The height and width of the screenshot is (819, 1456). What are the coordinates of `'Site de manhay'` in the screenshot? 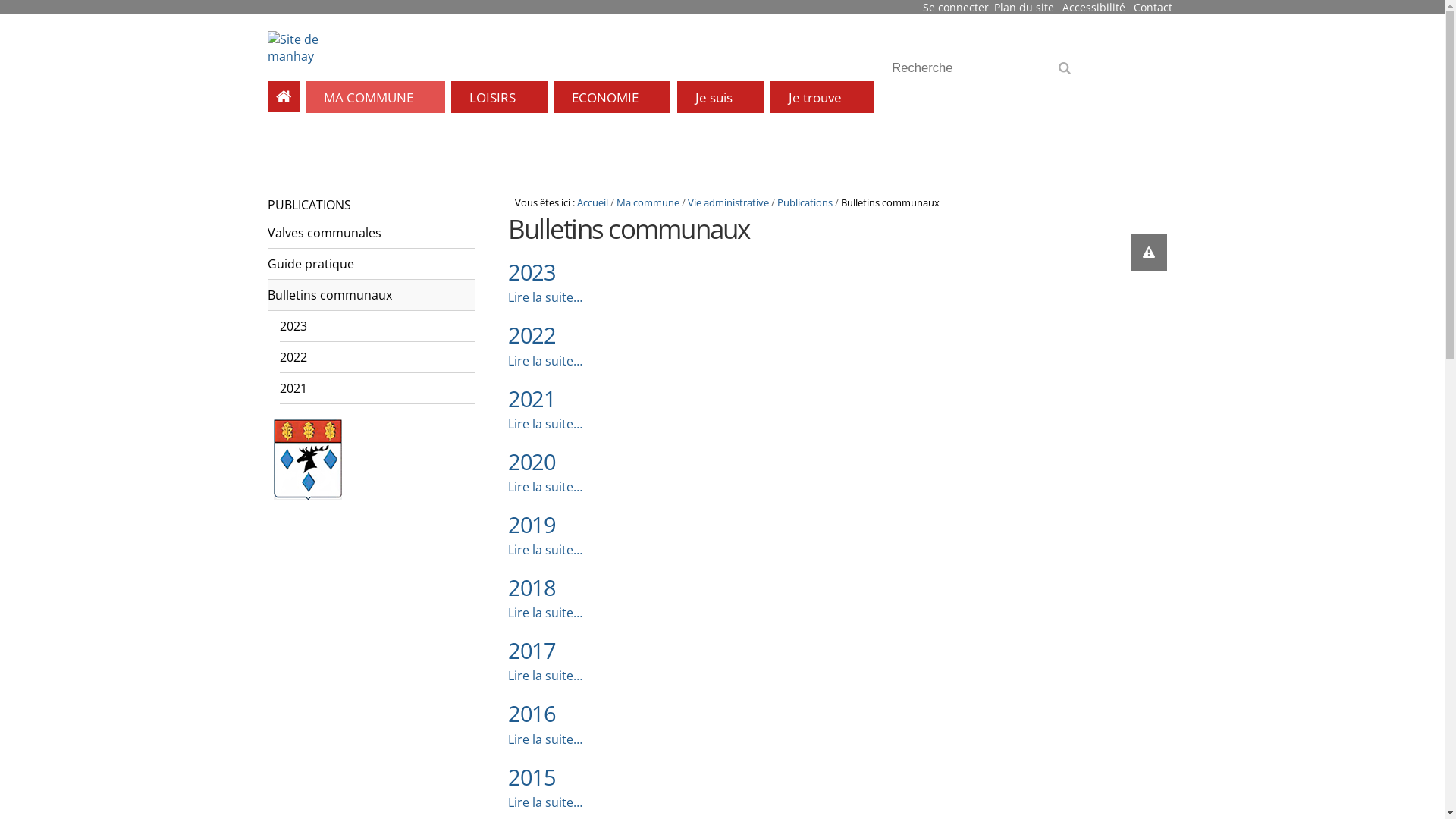 It's located at (266, 46).